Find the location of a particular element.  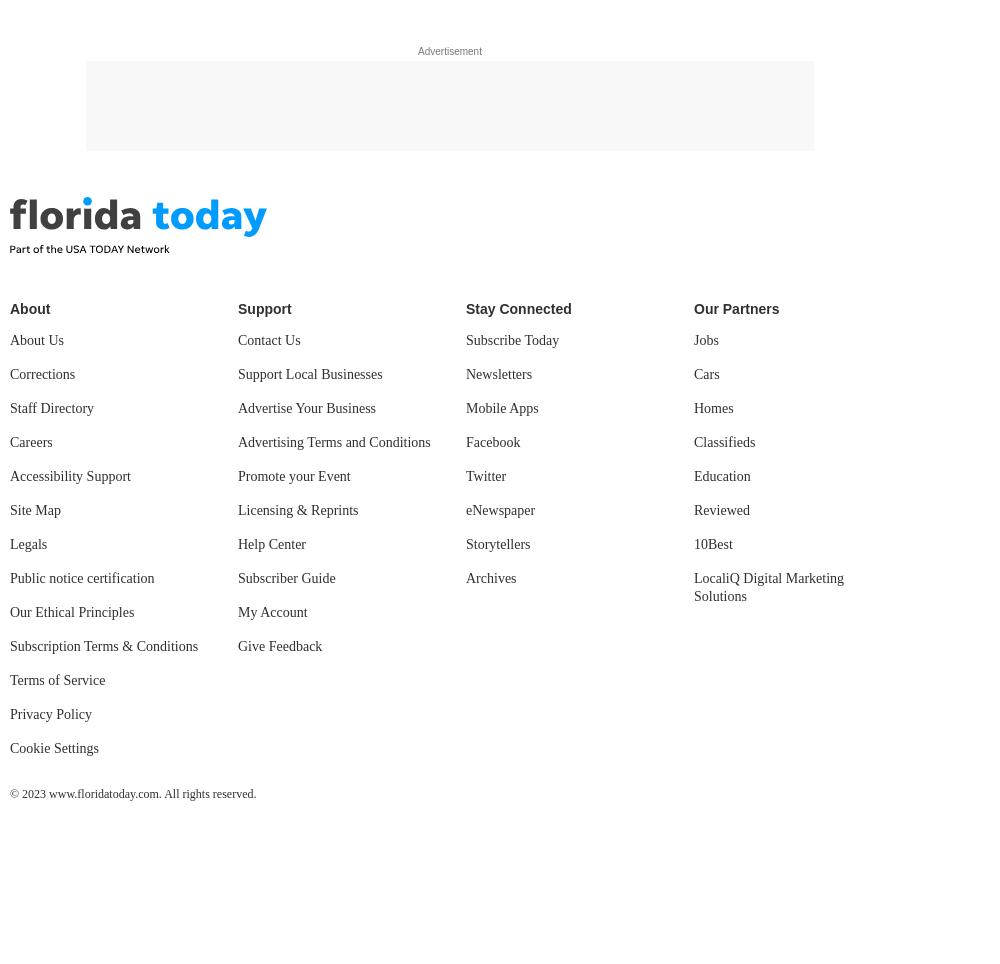

'Cars' is located at coordinates (705, 374).